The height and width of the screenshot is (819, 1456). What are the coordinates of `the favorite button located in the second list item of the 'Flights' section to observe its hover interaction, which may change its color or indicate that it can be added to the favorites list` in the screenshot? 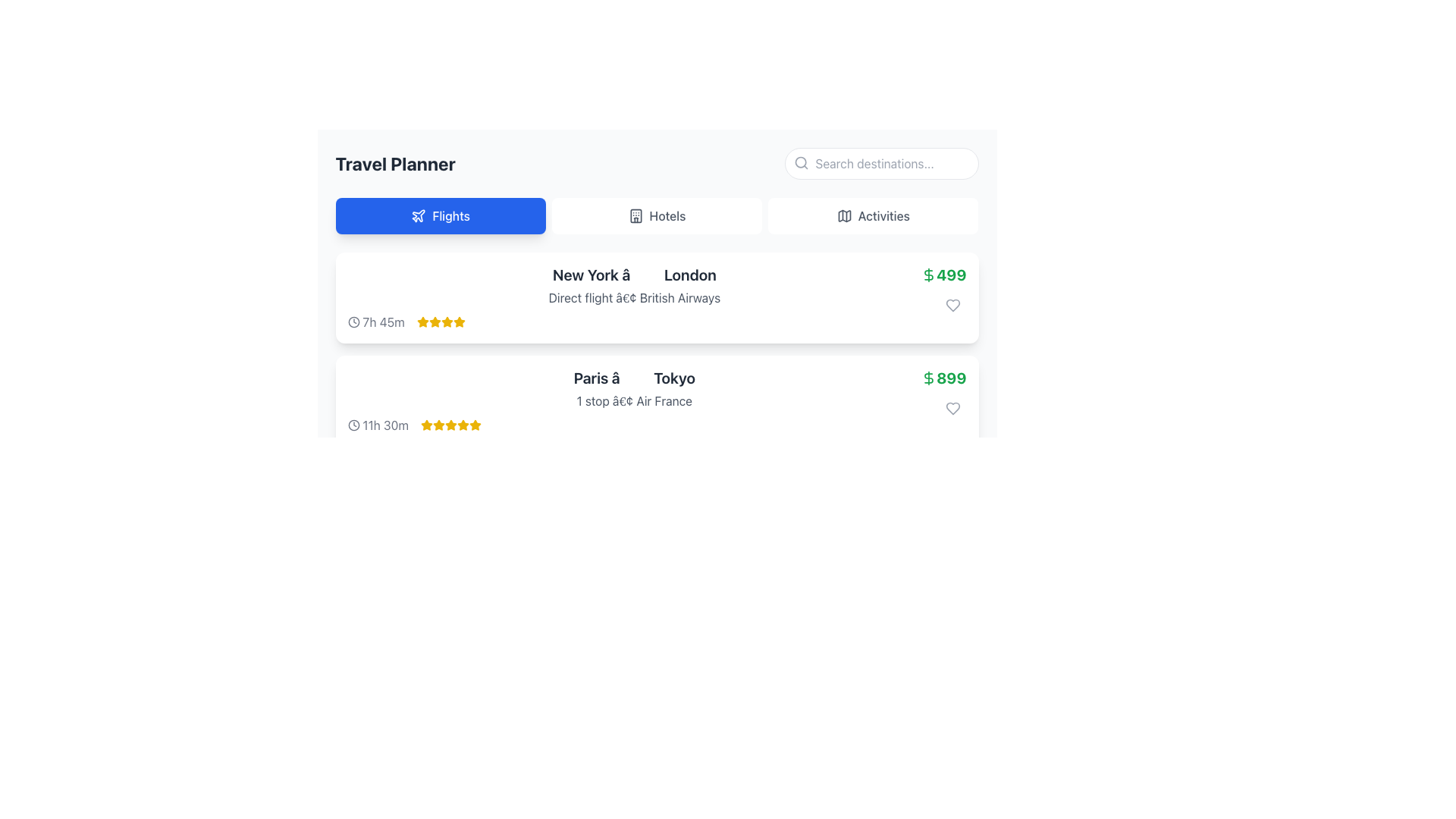 It's located at (952, 408).